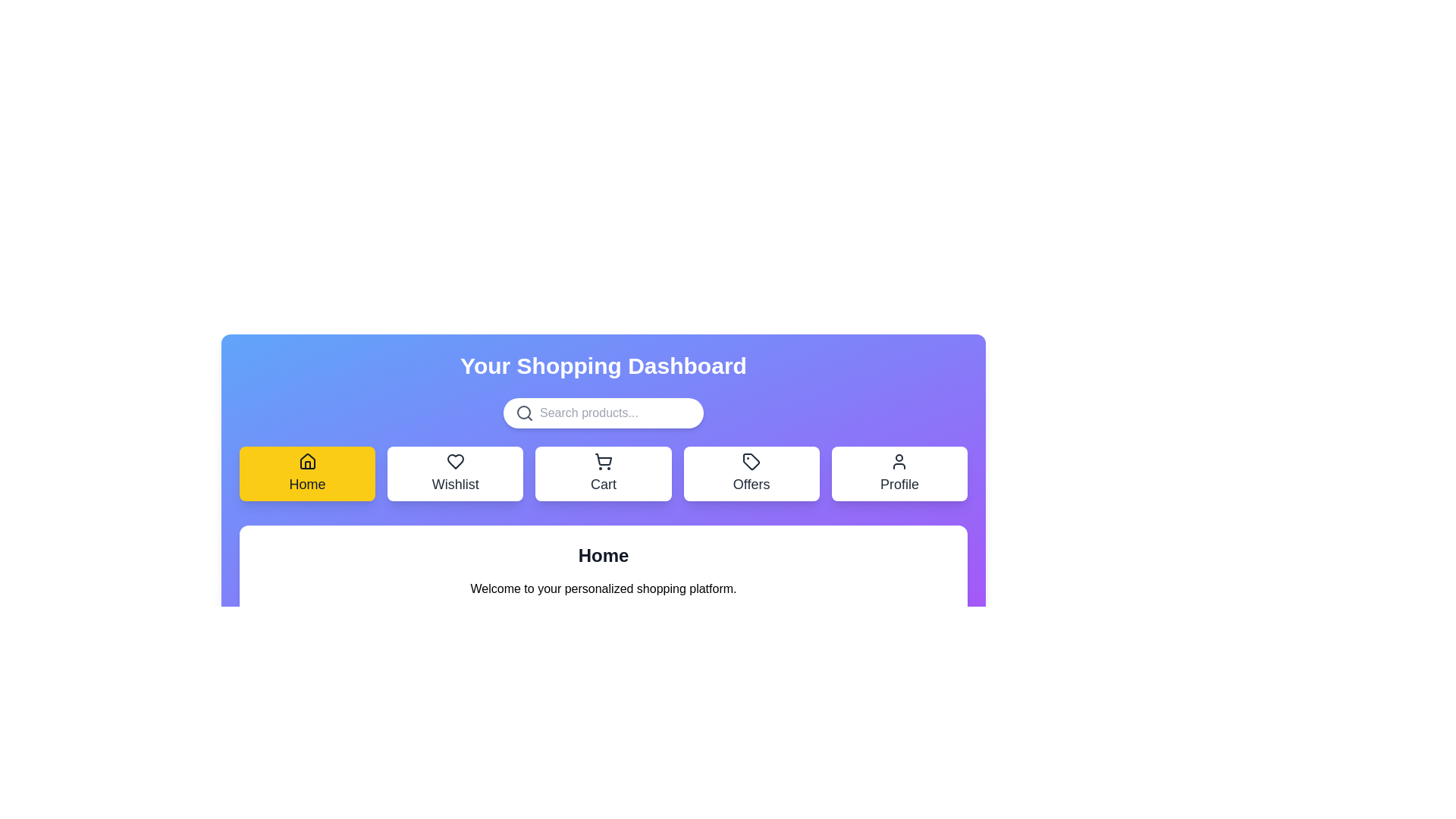 The width and height of the screenshot is (1456, 819). What do you see at coordinates (603, 461) in the screenshot?
I see `the 'Cart' button, which is the third button in the navigation panel, located between 'Wishlist' and 'Offers'` at bounding box center [603, 461].